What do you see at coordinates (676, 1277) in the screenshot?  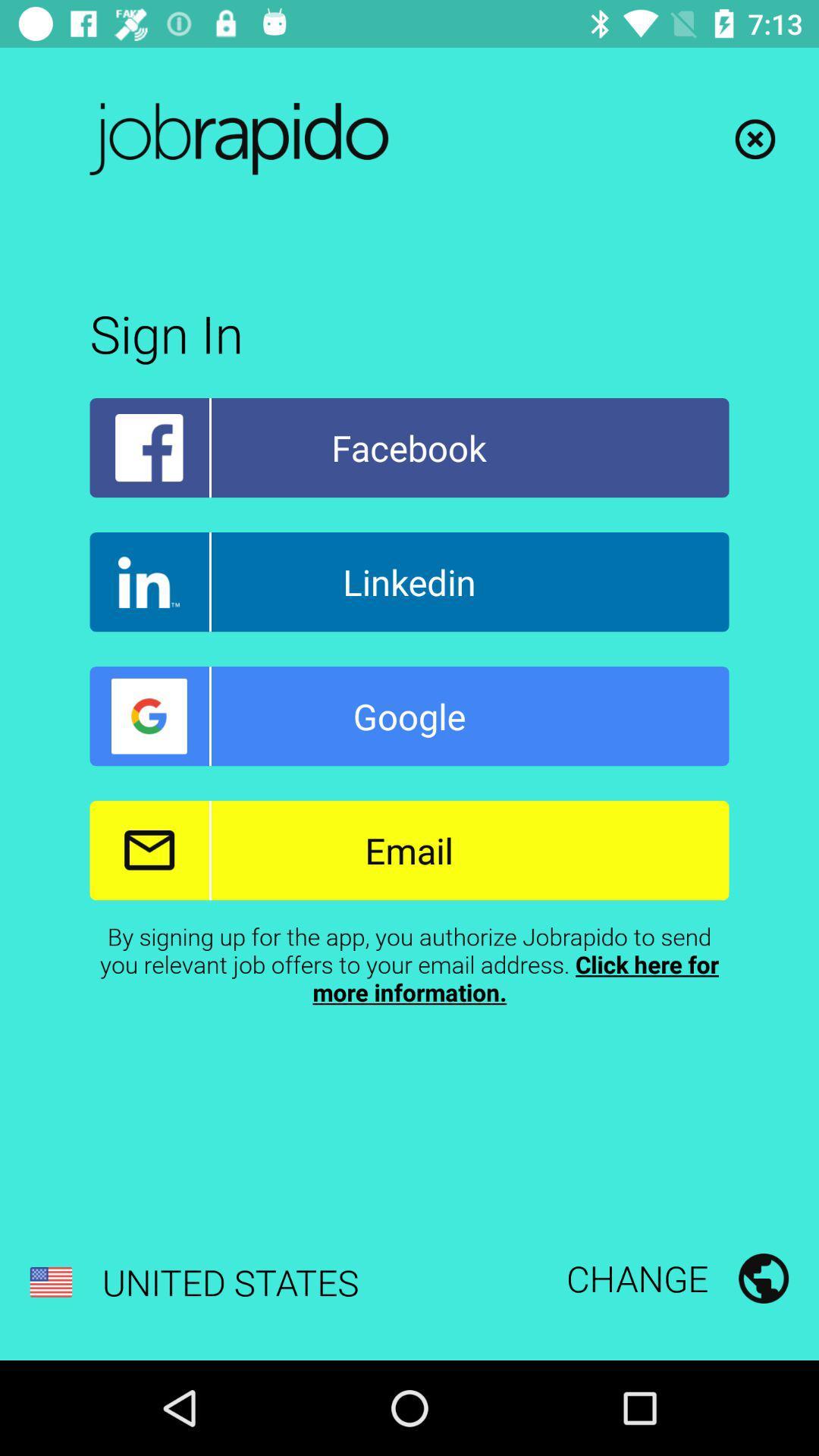 I see `the icon below by signing up icon` at bounding box center [676, 1277].